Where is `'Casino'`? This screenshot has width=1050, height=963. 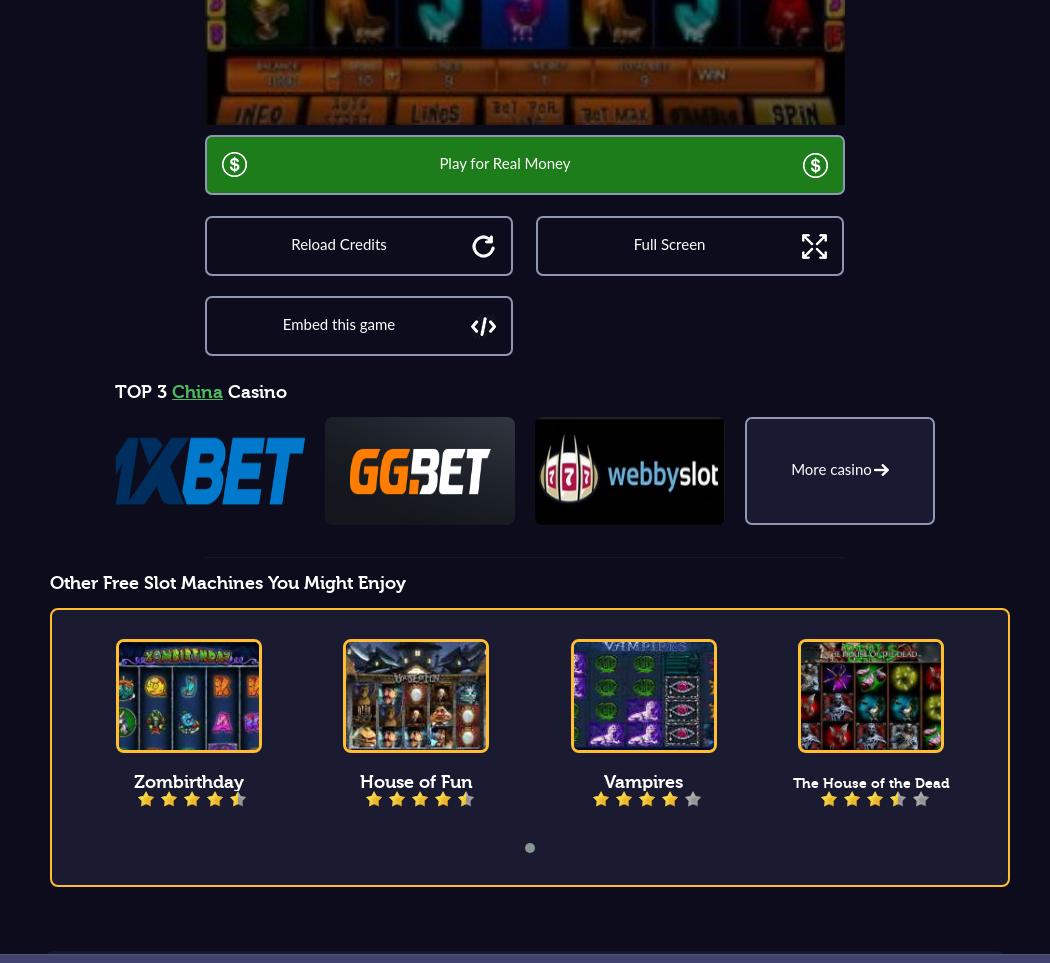
'Casino' is located at coordinates (222, 391).